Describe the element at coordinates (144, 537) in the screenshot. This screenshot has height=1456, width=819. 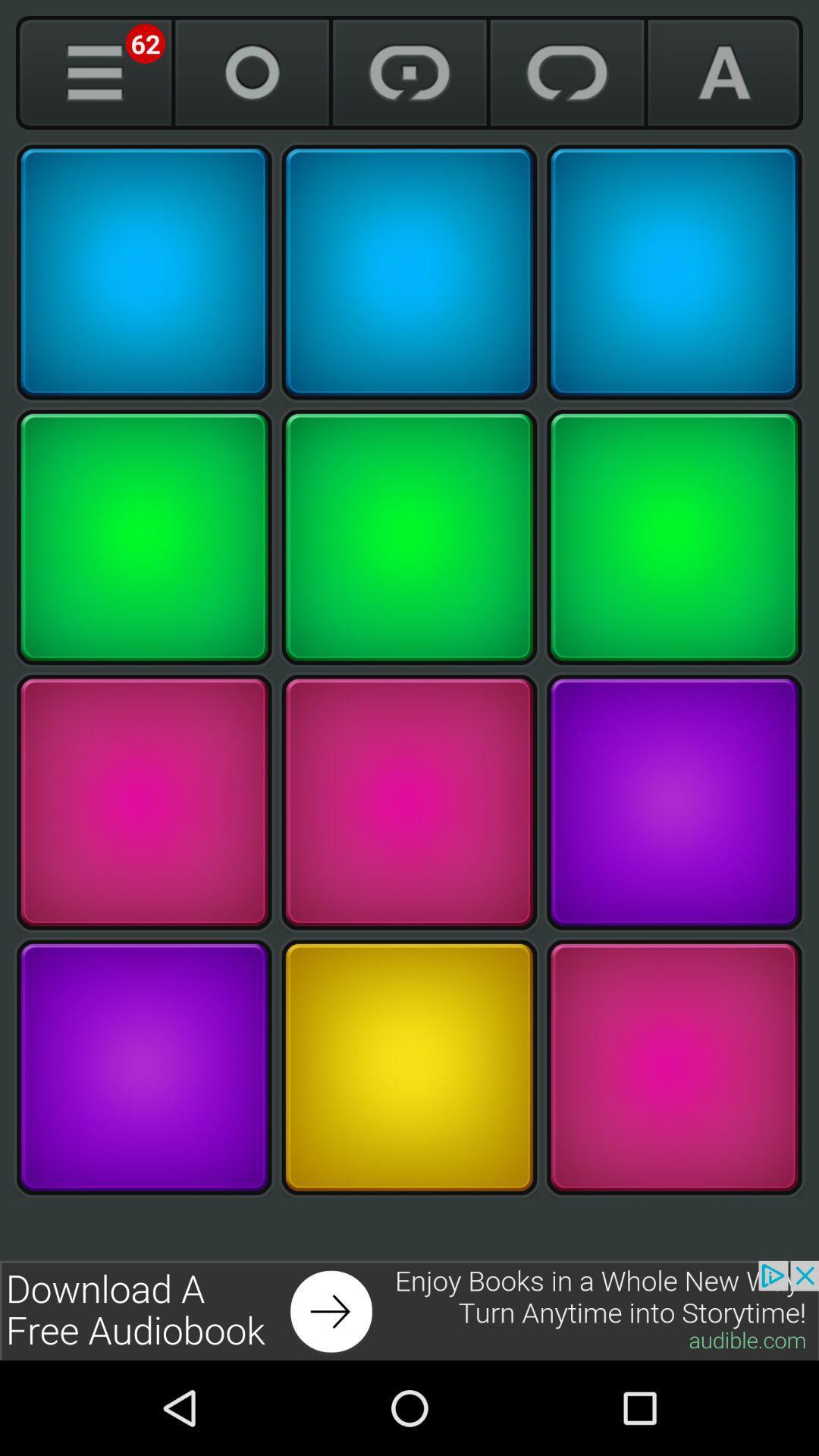
I see `choose green square` at that location.